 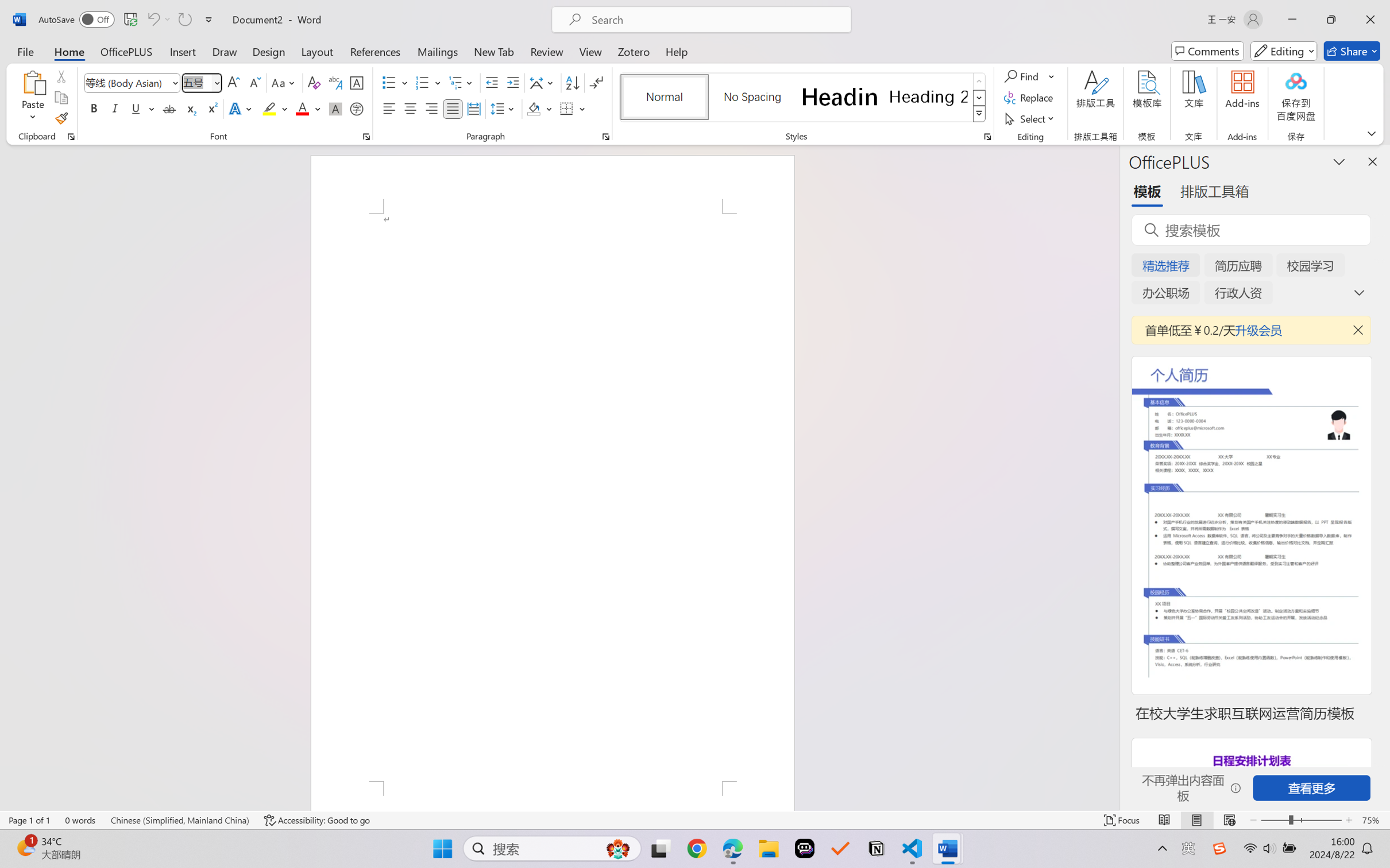 What do you see at coordinates (503, 108) in the screenshot?
I see `'Line and Paragraph Spacing'` at bounding box center [503, 108].